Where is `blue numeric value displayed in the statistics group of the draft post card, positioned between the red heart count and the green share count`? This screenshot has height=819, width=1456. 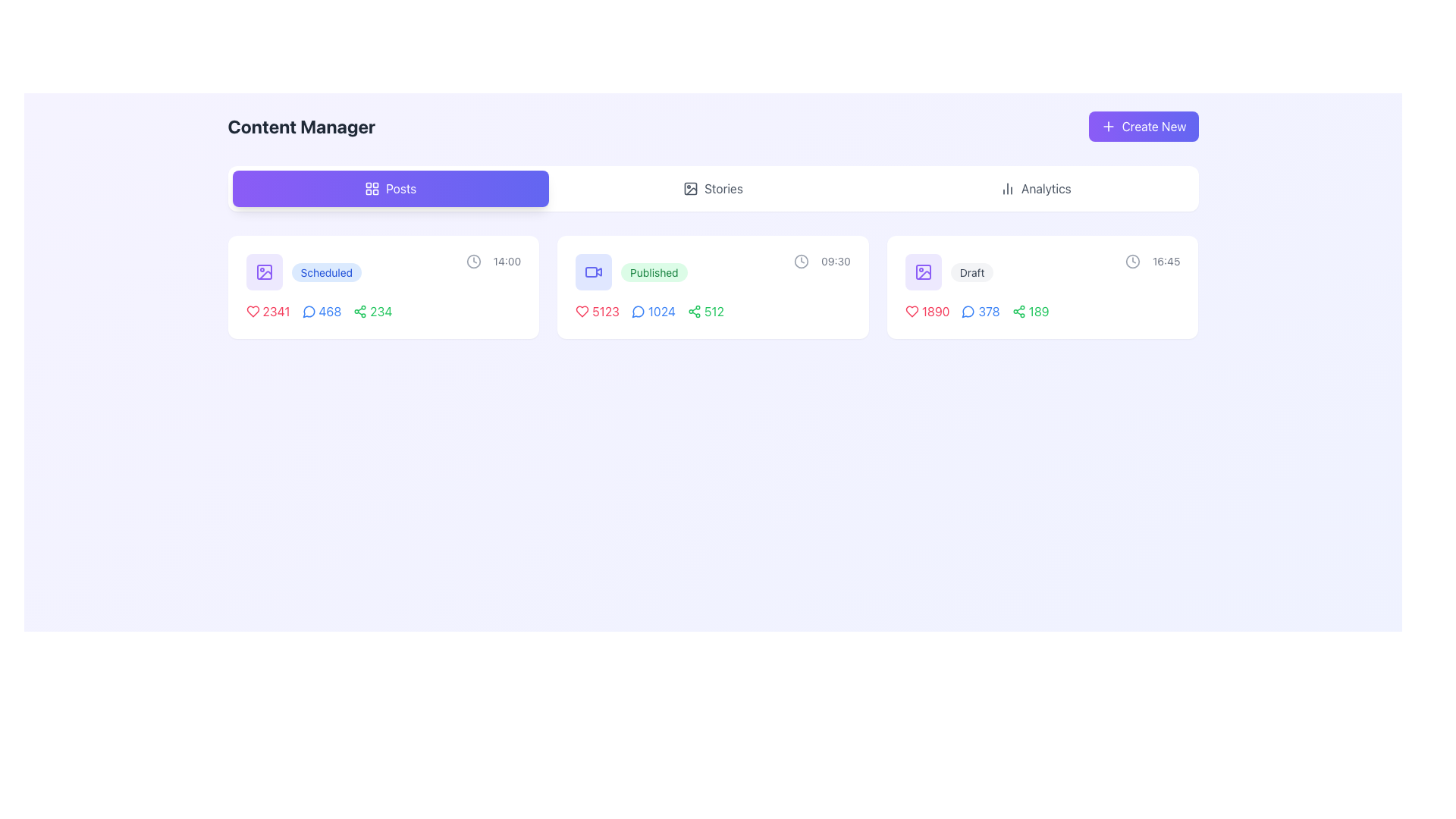 blue numeric value displayed in the statistics group of the draft post card, positioned between the red heart count and the green share count is located at coordinates (977, 311).